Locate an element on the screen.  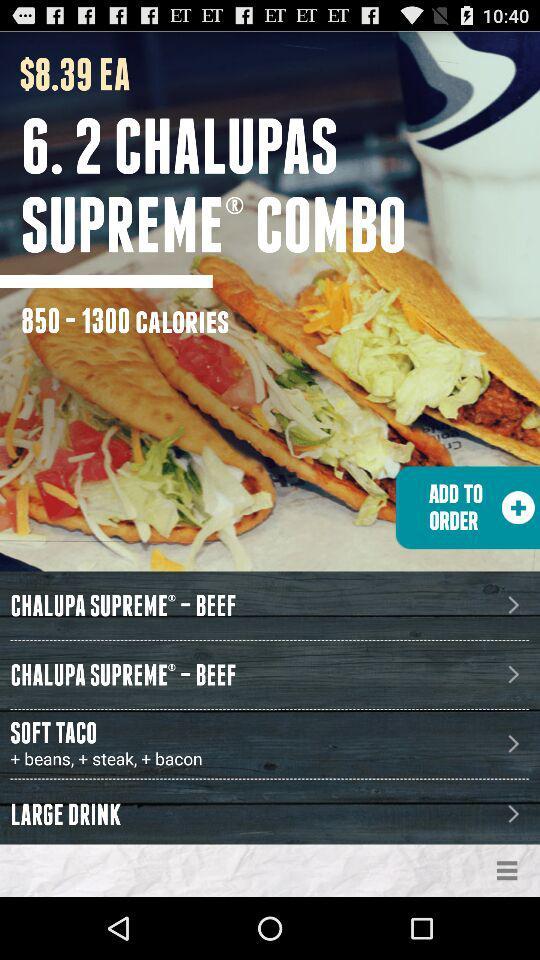
the 6 2 chalupas icon is located at coordinates (279, 185).